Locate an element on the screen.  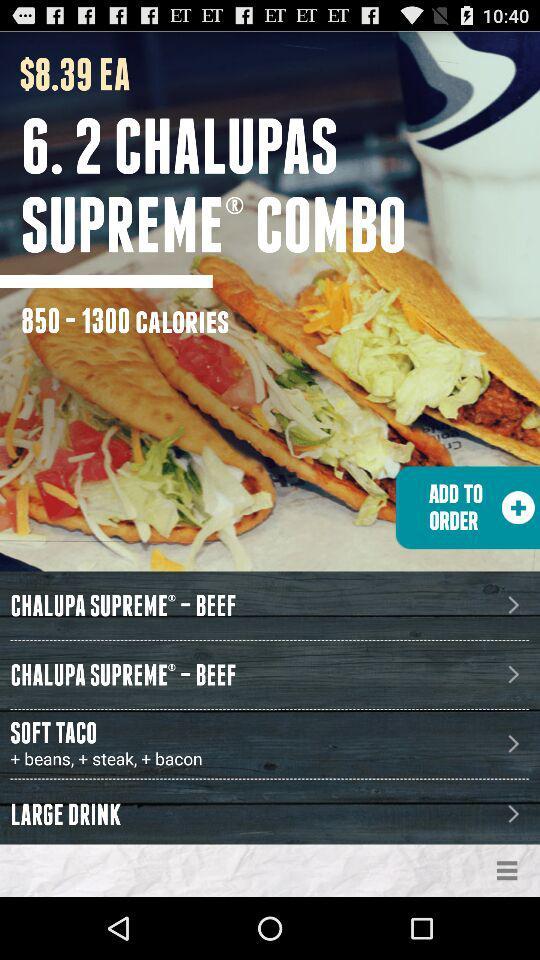
the 6 2 chalupas icon is located at coordinates (279, 185).